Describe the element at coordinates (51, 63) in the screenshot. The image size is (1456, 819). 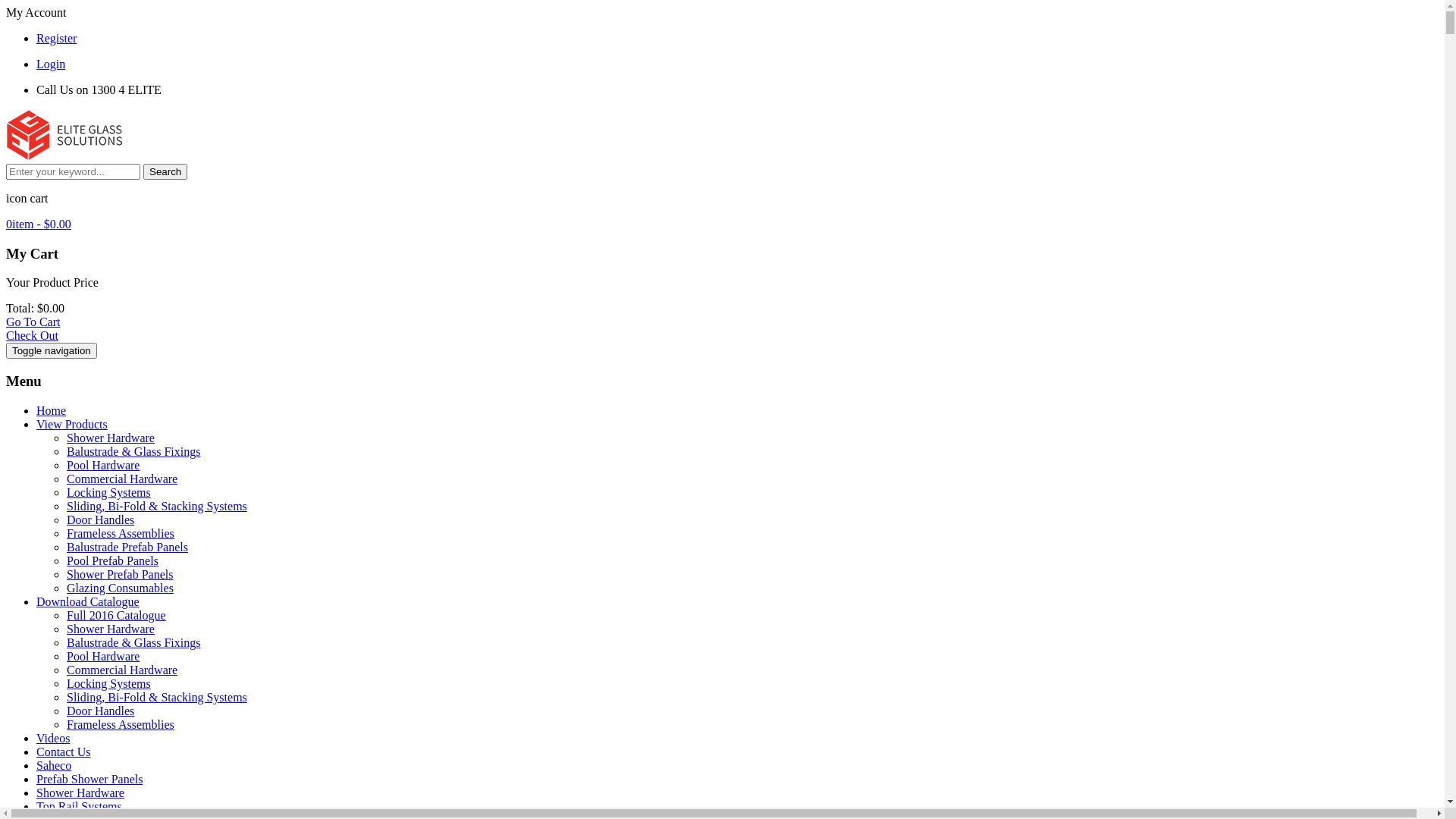
I see `'Login'` at that location.